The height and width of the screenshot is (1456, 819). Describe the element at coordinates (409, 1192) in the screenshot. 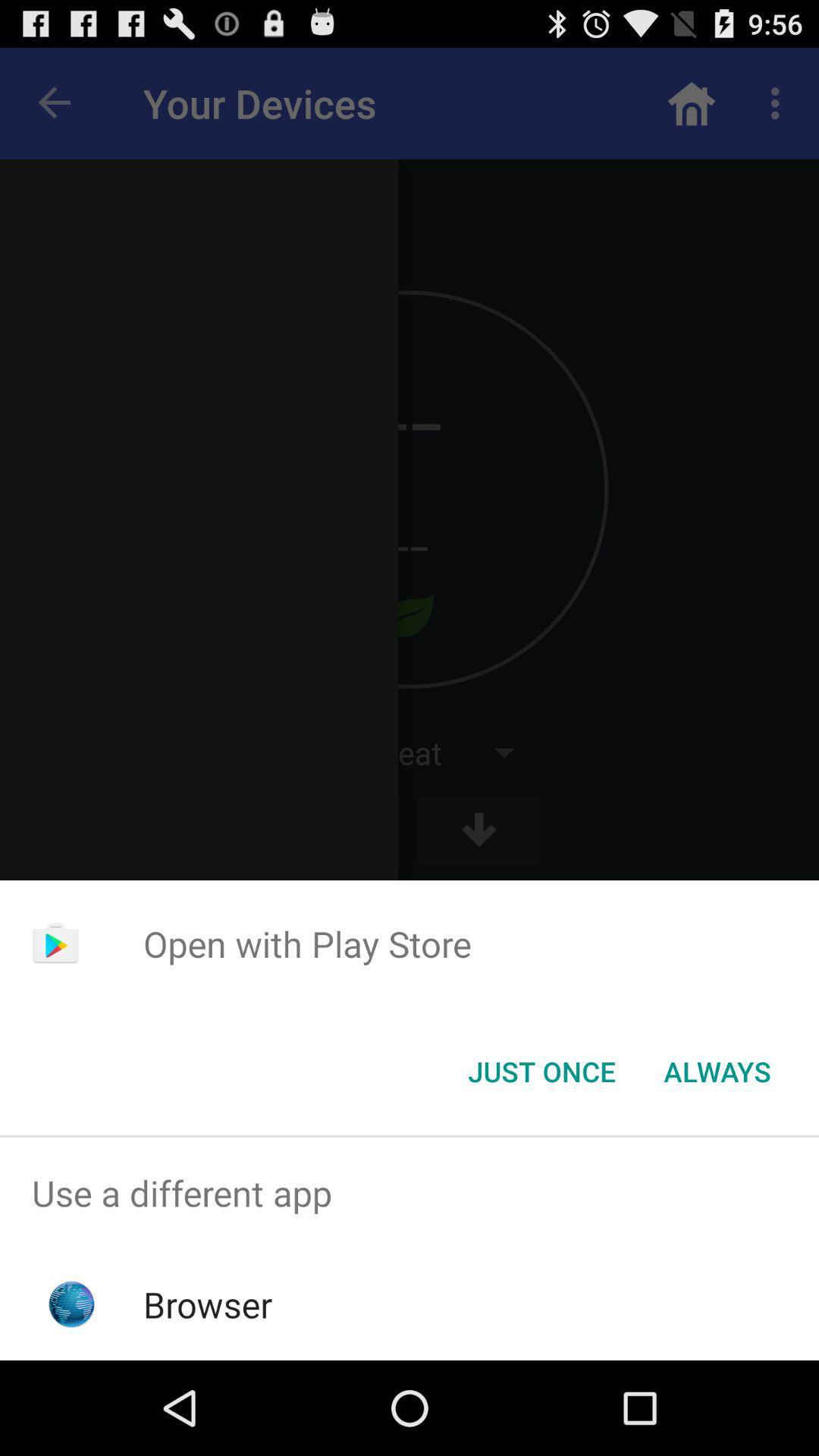

I see `use a different icon` at that location.